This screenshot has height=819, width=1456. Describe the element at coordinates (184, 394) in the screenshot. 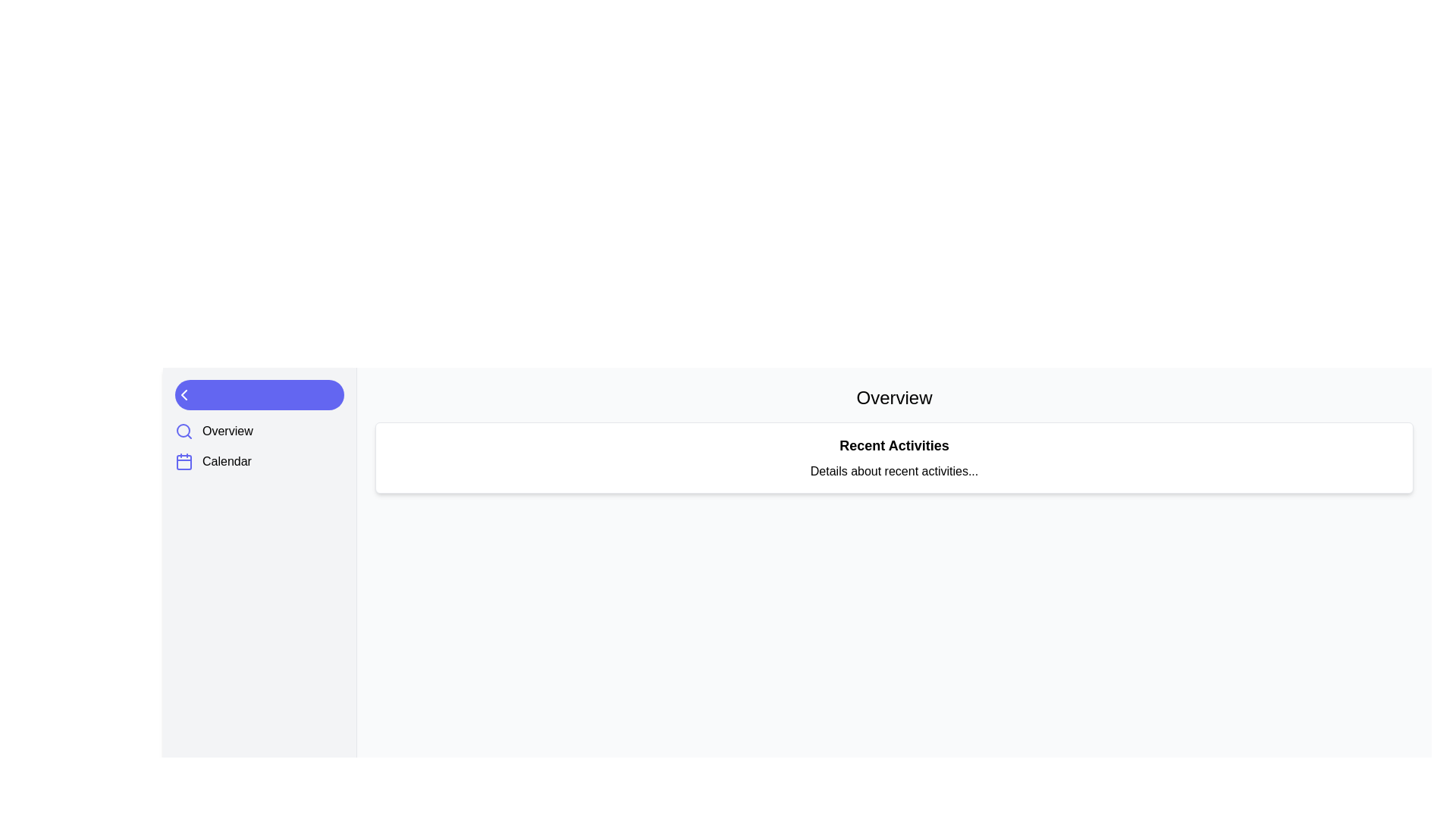

I see `the Chevron-left navigation icon, which is styled as a left arrow and located in the top left section of the sidebar within a purple circular background` at that location.